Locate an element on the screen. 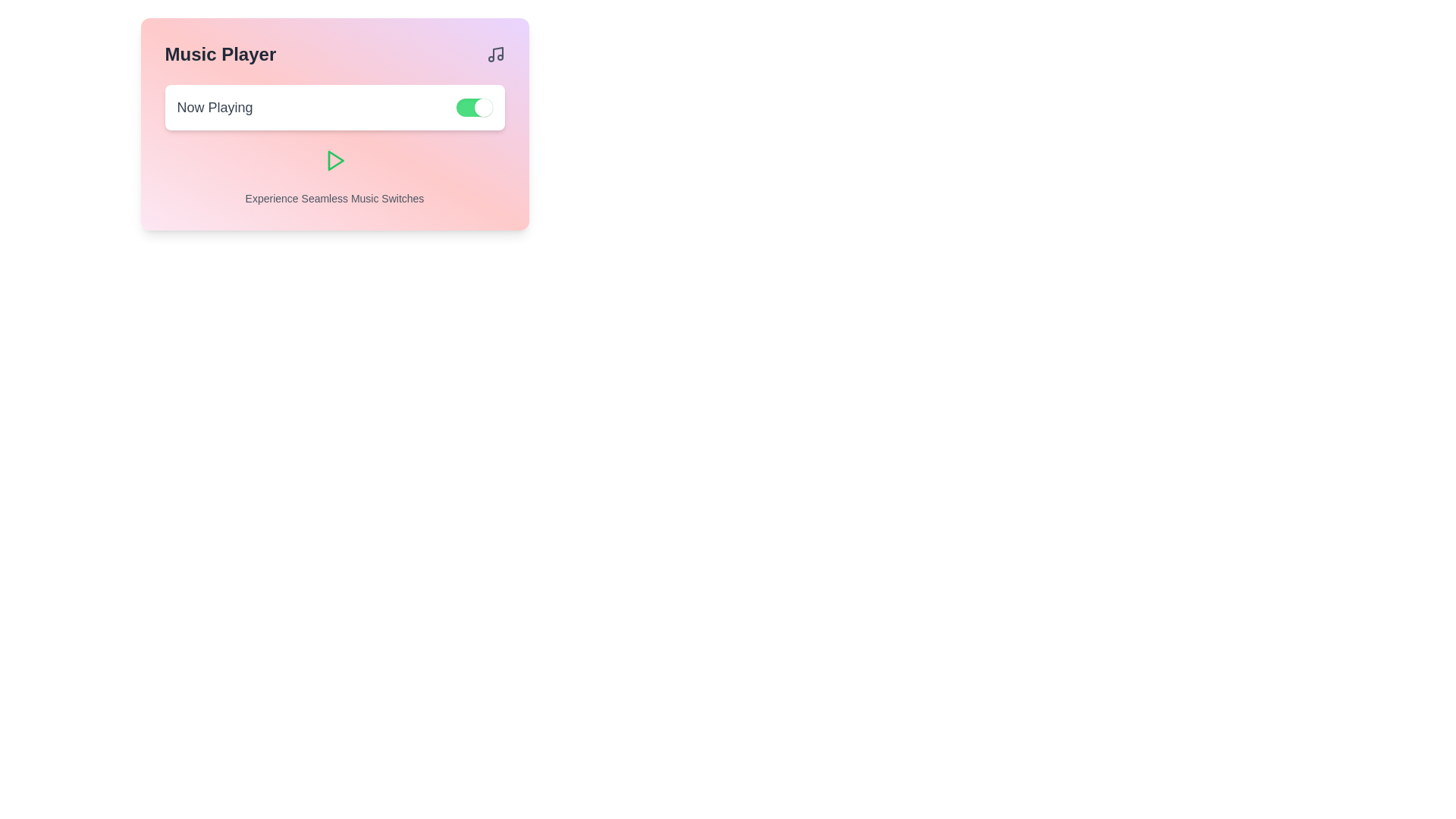  the musical note icon located at the top-right corner of the 'Music Player' panel, adjacent to the 'Music Player' title text is located at coordinates (495, 54).